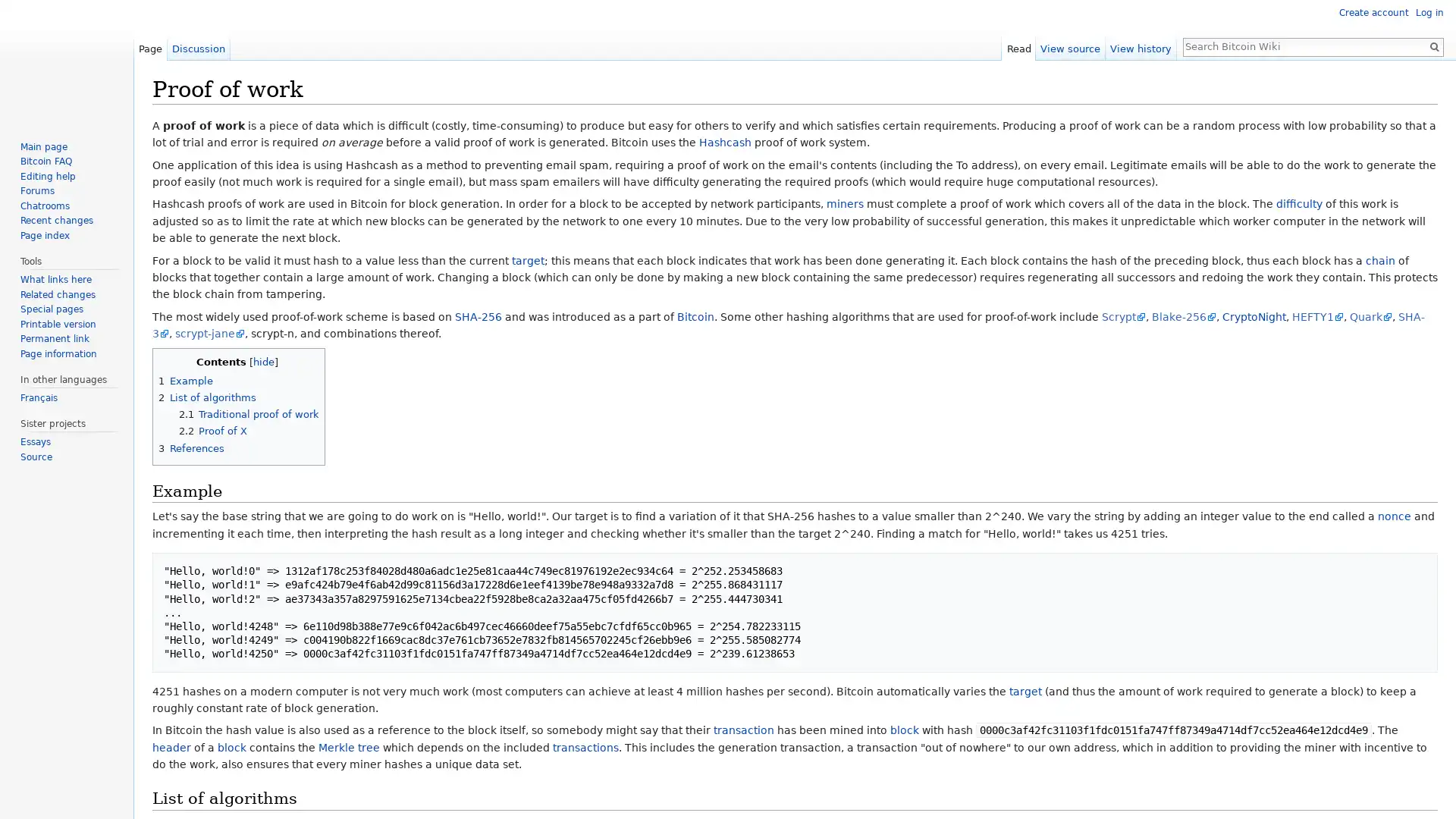 Image resolution: width=1456 pixels, height=819 pixels. I want to click on hide, so click(263, 361).